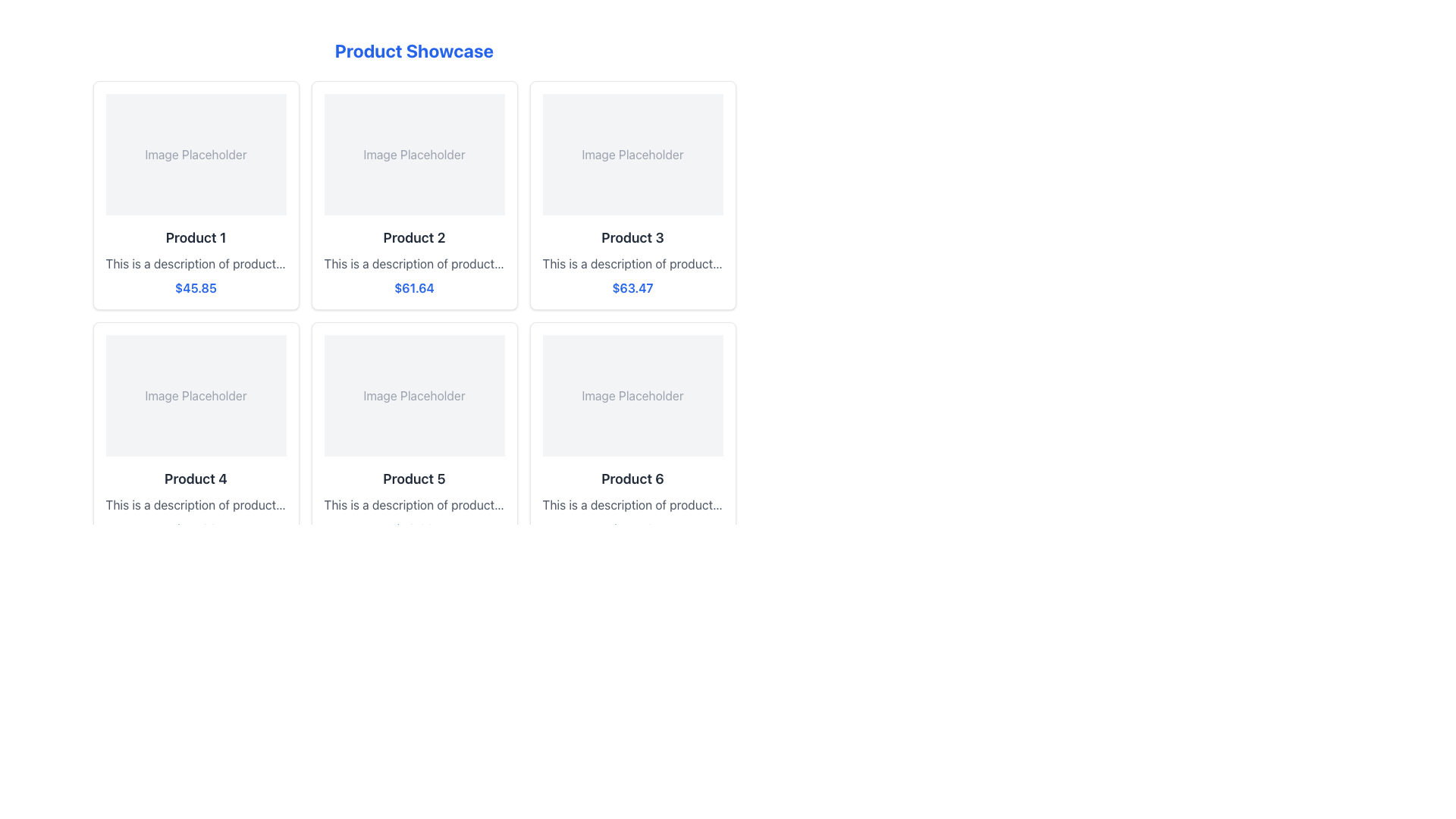 This screenshot has width=1456, height=819. What do you see at coordinates (195, 155) in the screenshot?
I see `the static text box labeled 'Image Placeholder' to trigger the display of a tooltip or information if linked` at bounding box center [195, 155].